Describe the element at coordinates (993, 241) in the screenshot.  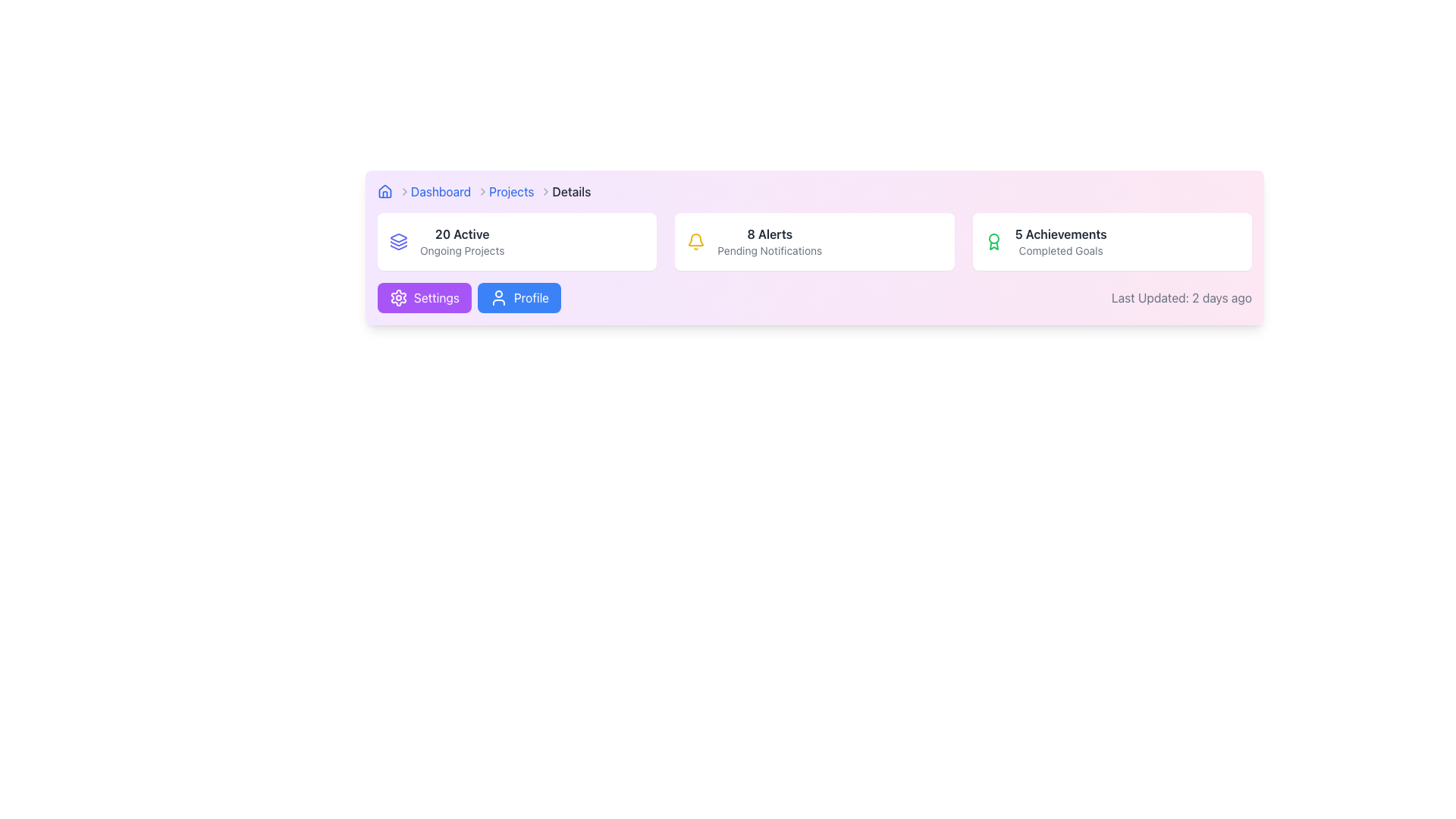
I see `the green award ribbon icon located in the top-left section of the rightmost card, adjacent to the '5 Achievements' and 'Completed Goals' text` at that location.